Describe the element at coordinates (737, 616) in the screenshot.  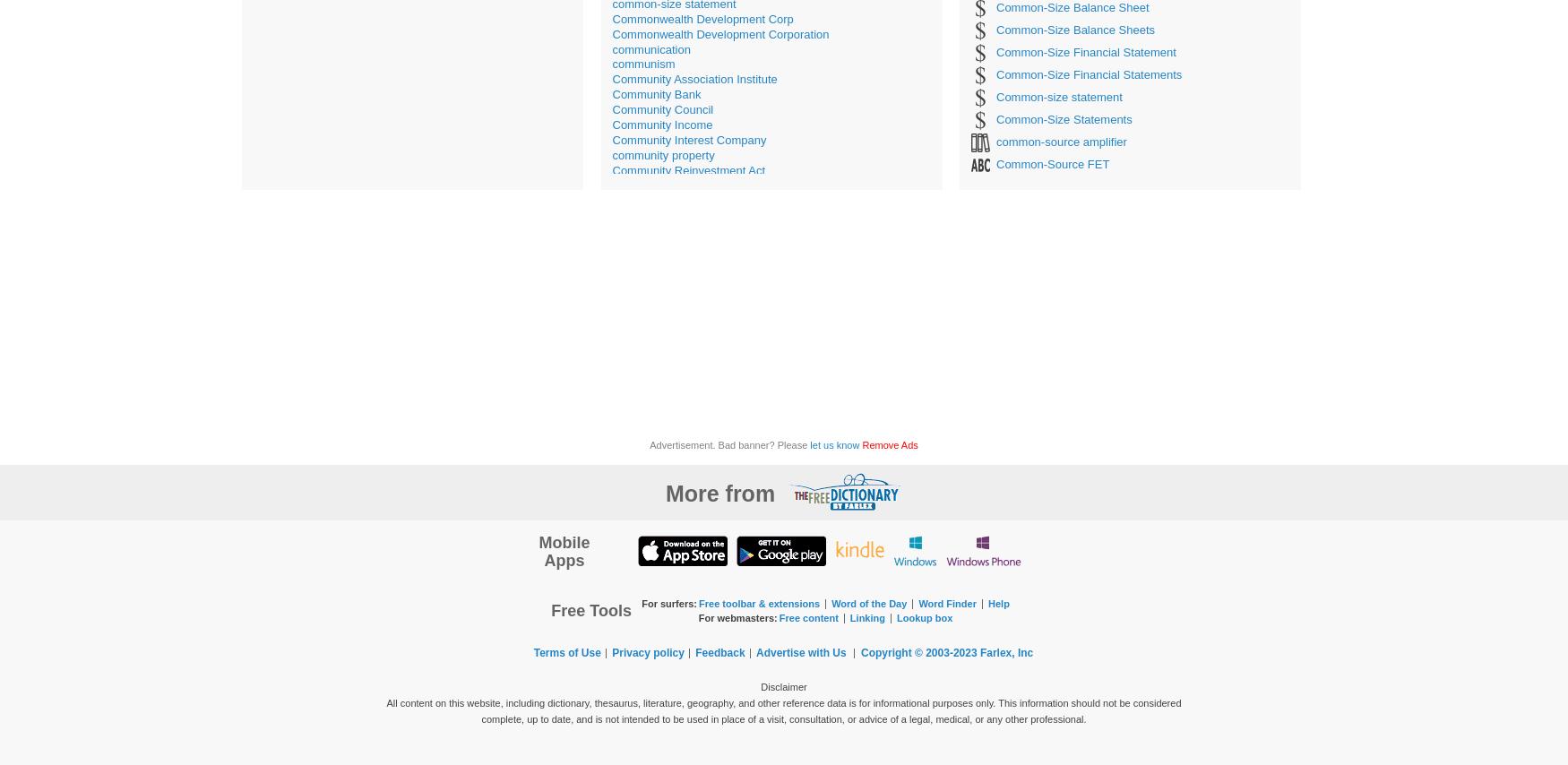
I see `'For webmasters:'` at that location.